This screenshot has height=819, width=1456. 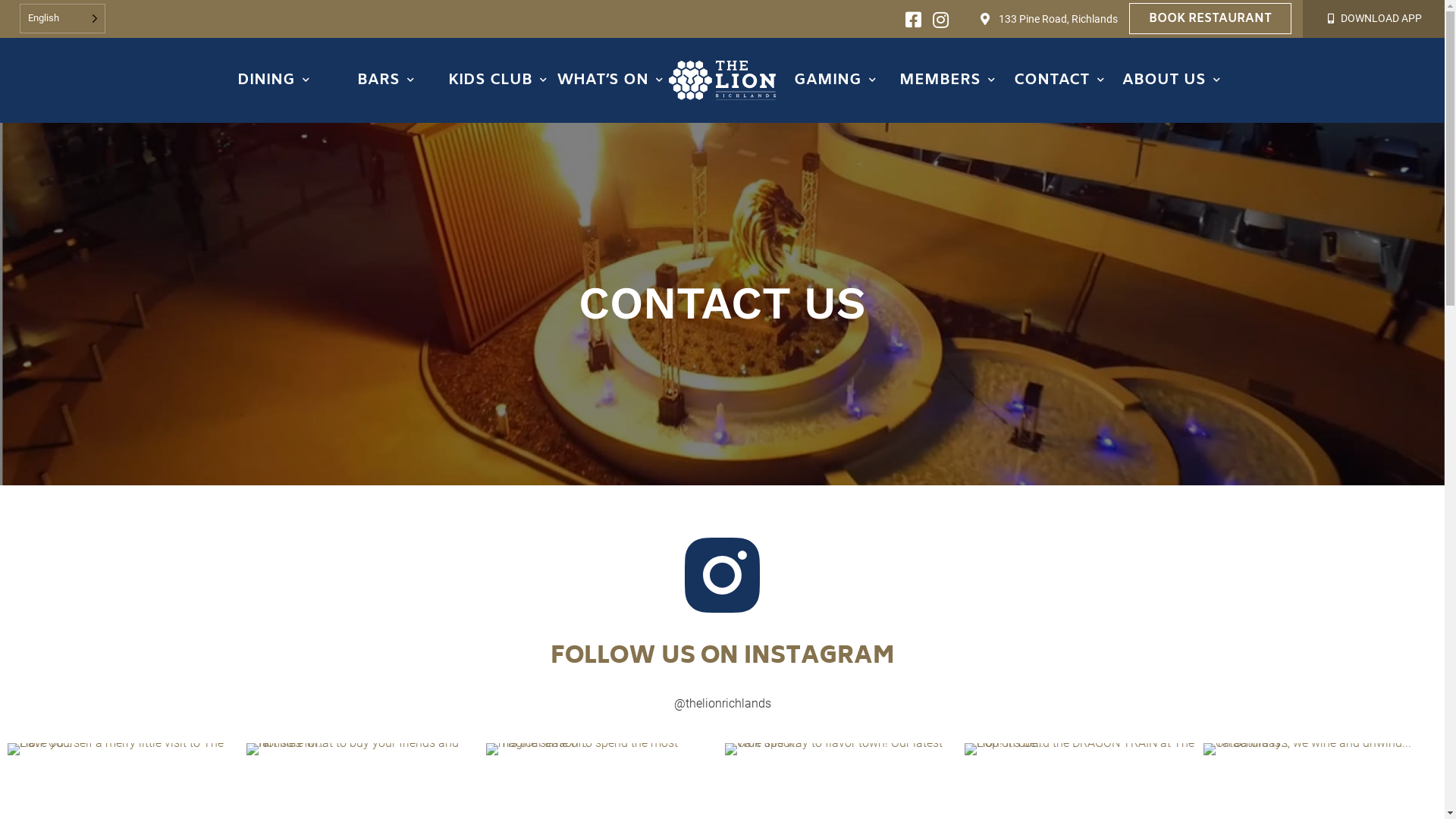 What do you see at coordinates (1210, 18) in the screenshot?
I see `'BOOK RESTAURANT'` at bounding box center [1210, 18].